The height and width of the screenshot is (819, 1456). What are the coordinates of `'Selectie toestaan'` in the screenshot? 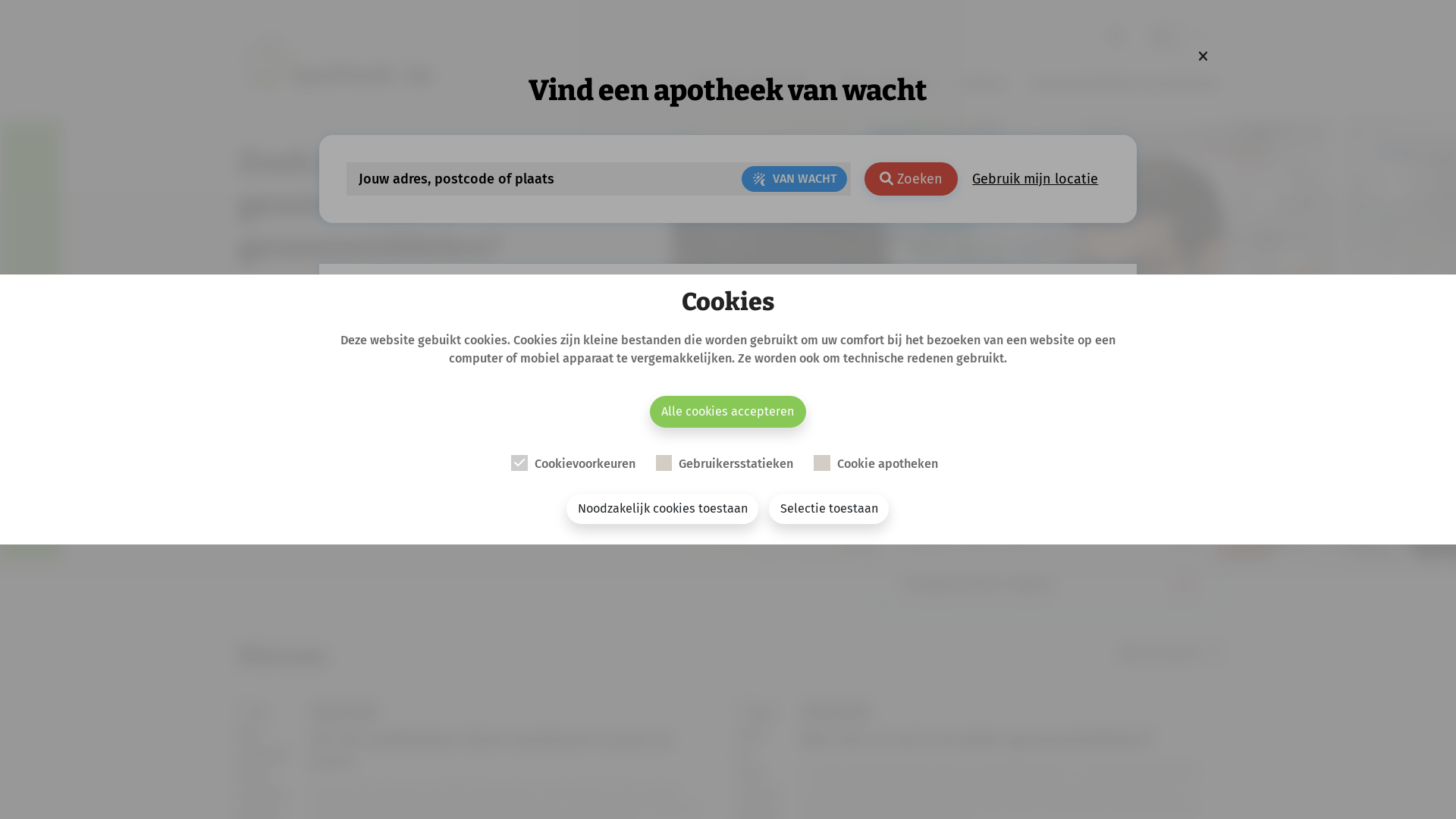 It's located at (768, 509).